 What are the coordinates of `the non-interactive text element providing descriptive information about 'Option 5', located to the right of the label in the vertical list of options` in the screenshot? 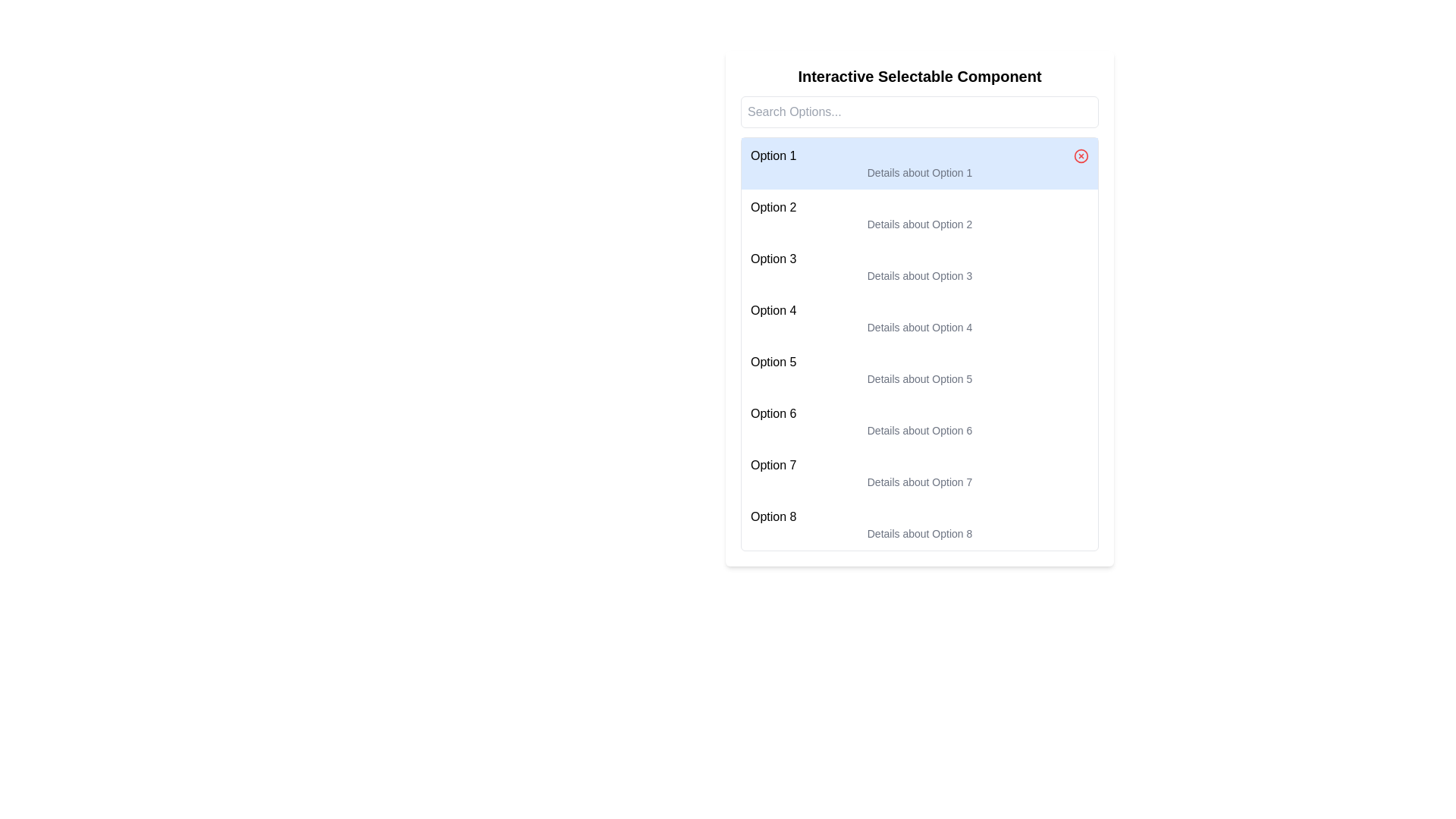 It's located at (919, 378).